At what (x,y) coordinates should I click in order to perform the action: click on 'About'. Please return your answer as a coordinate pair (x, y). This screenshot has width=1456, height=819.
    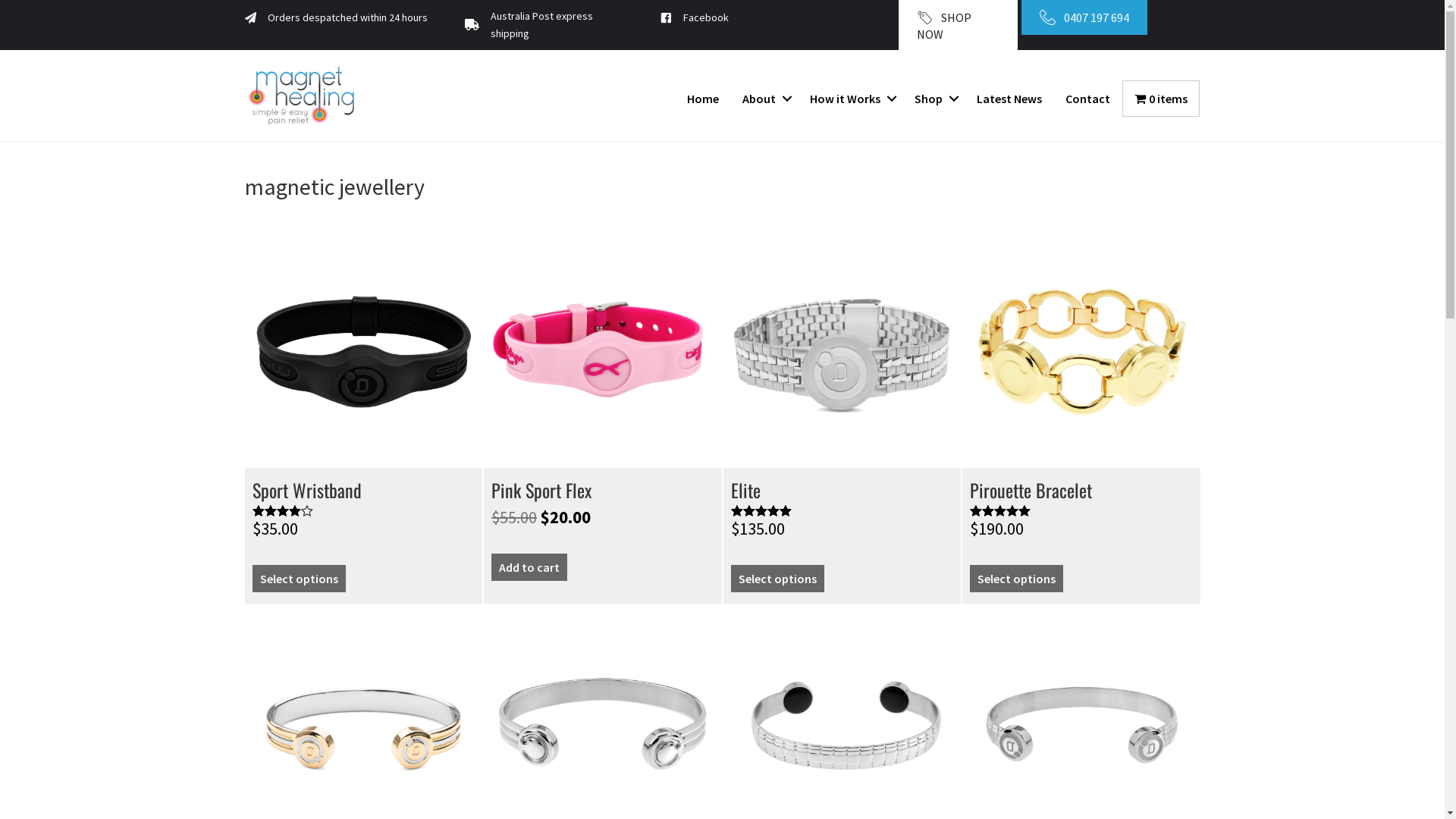
    Looking at the image, I should click on (764, 99).